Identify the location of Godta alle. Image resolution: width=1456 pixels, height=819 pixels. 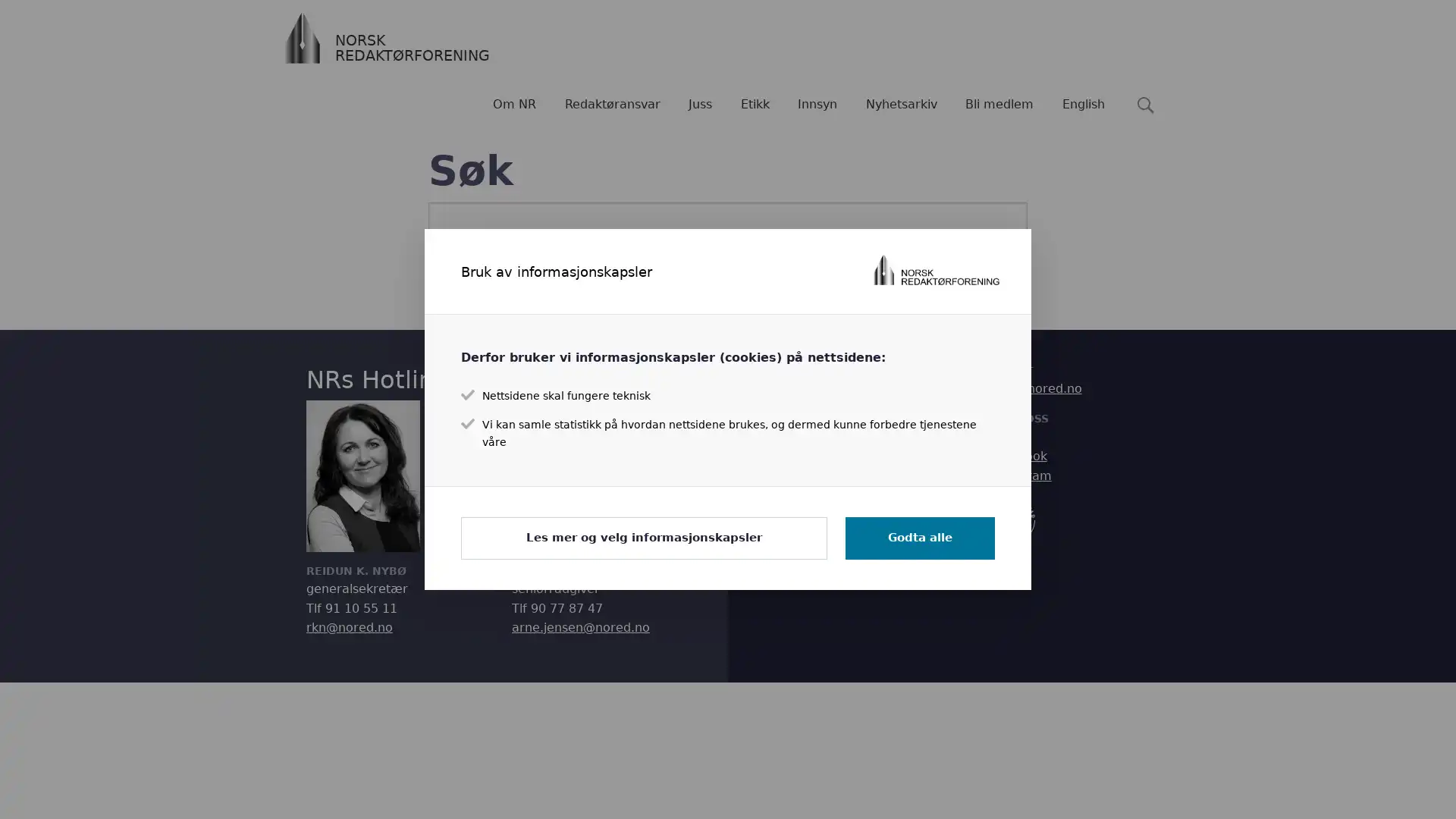
(919, 537).